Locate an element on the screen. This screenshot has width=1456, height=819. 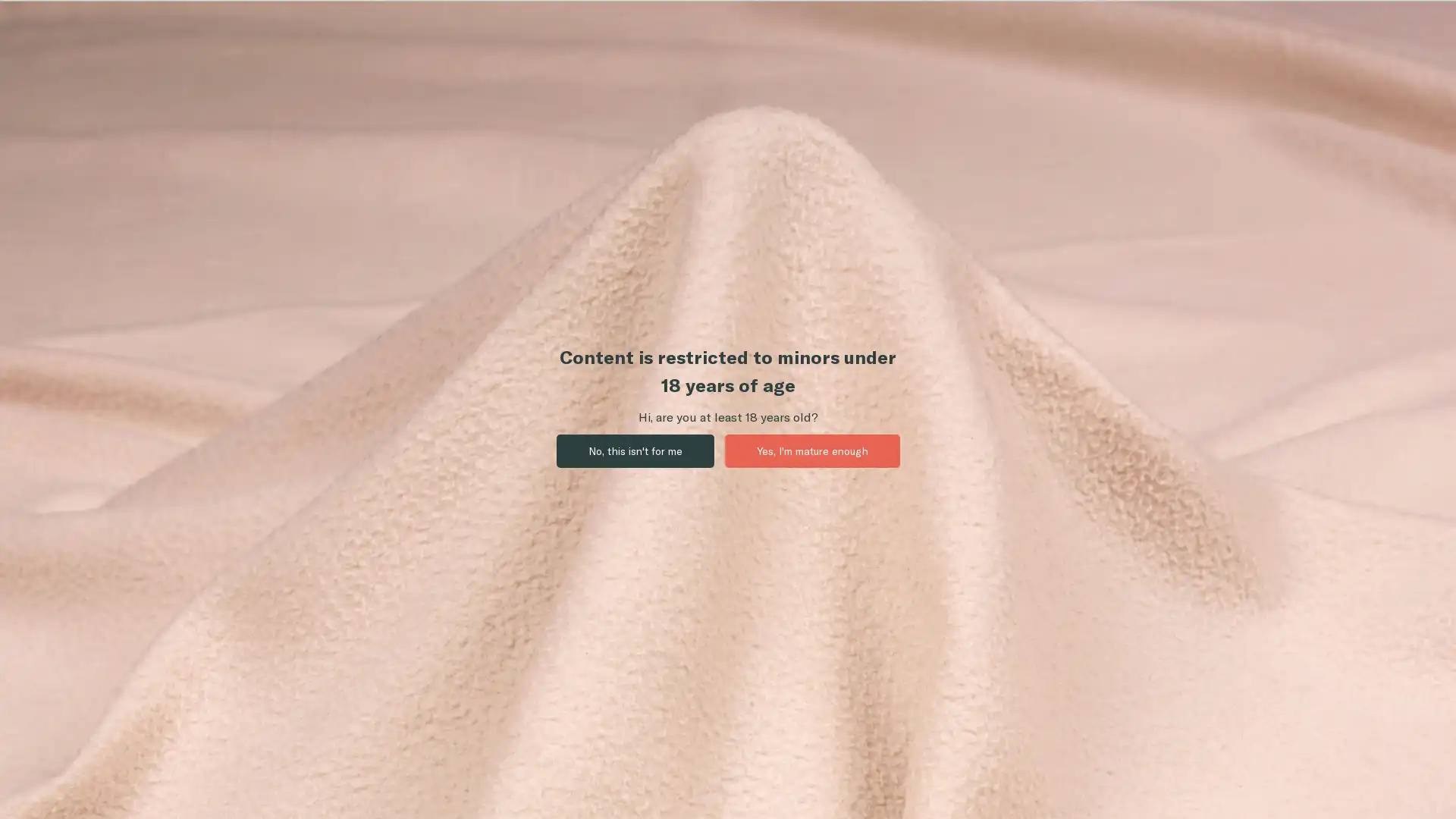
No, this isn't for me is located at coordinates (634, 450).